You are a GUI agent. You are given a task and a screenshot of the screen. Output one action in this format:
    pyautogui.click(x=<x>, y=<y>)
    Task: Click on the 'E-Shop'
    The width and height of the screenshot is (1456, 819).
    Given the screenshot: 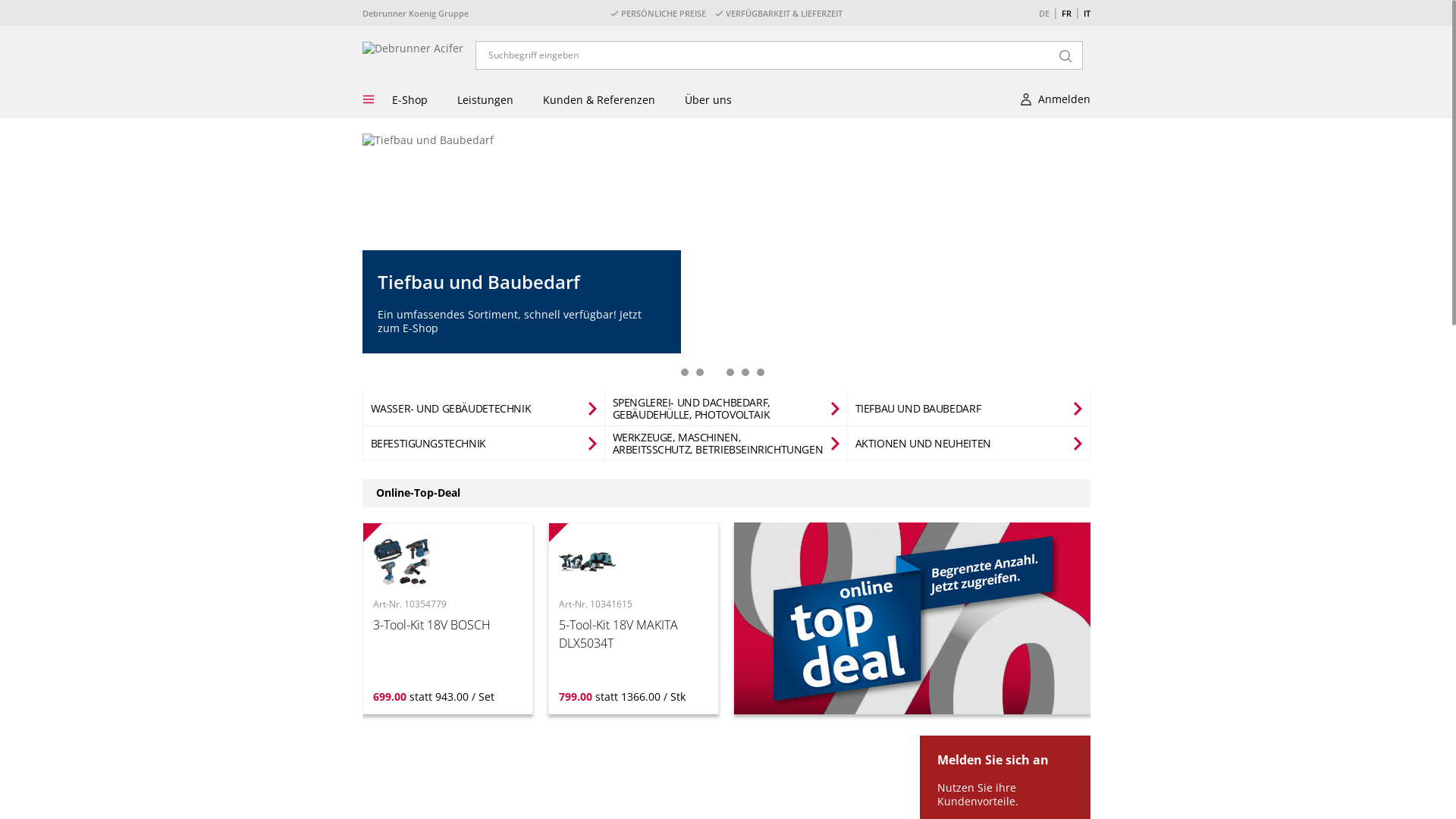 What is the action you would take?
    pyautogui.click(x=375, y=99)
    